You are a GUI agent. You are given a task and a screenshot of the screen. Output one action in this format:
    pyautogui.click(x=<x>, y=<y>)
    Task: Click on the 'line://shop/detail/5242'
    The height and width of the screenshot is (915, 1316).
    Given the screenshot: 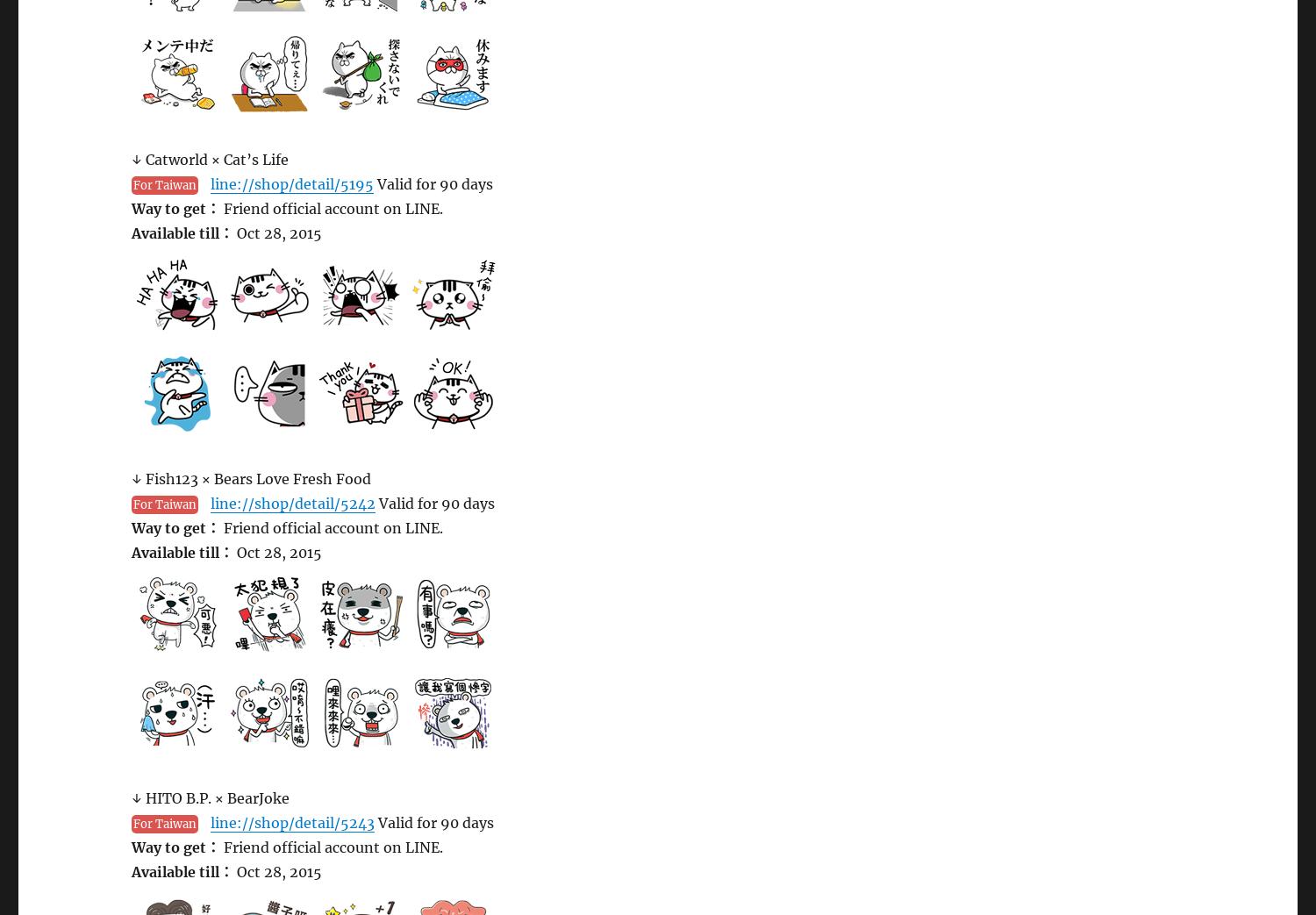 What is the action you would take?
    pyautogui.click(x=292, y=503)
    